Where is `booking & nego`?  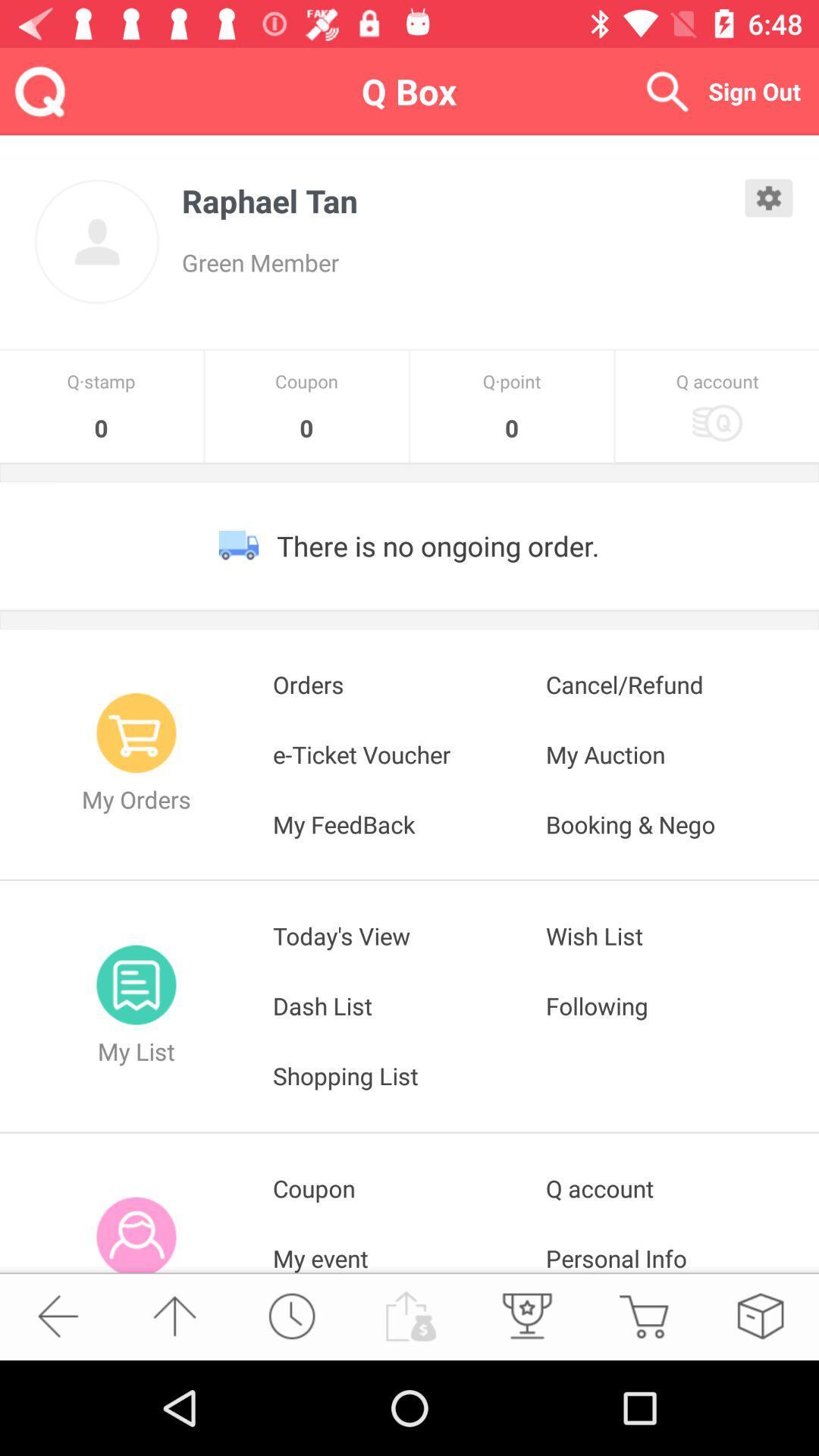 booking & nego is located at coordinates (681, 824).